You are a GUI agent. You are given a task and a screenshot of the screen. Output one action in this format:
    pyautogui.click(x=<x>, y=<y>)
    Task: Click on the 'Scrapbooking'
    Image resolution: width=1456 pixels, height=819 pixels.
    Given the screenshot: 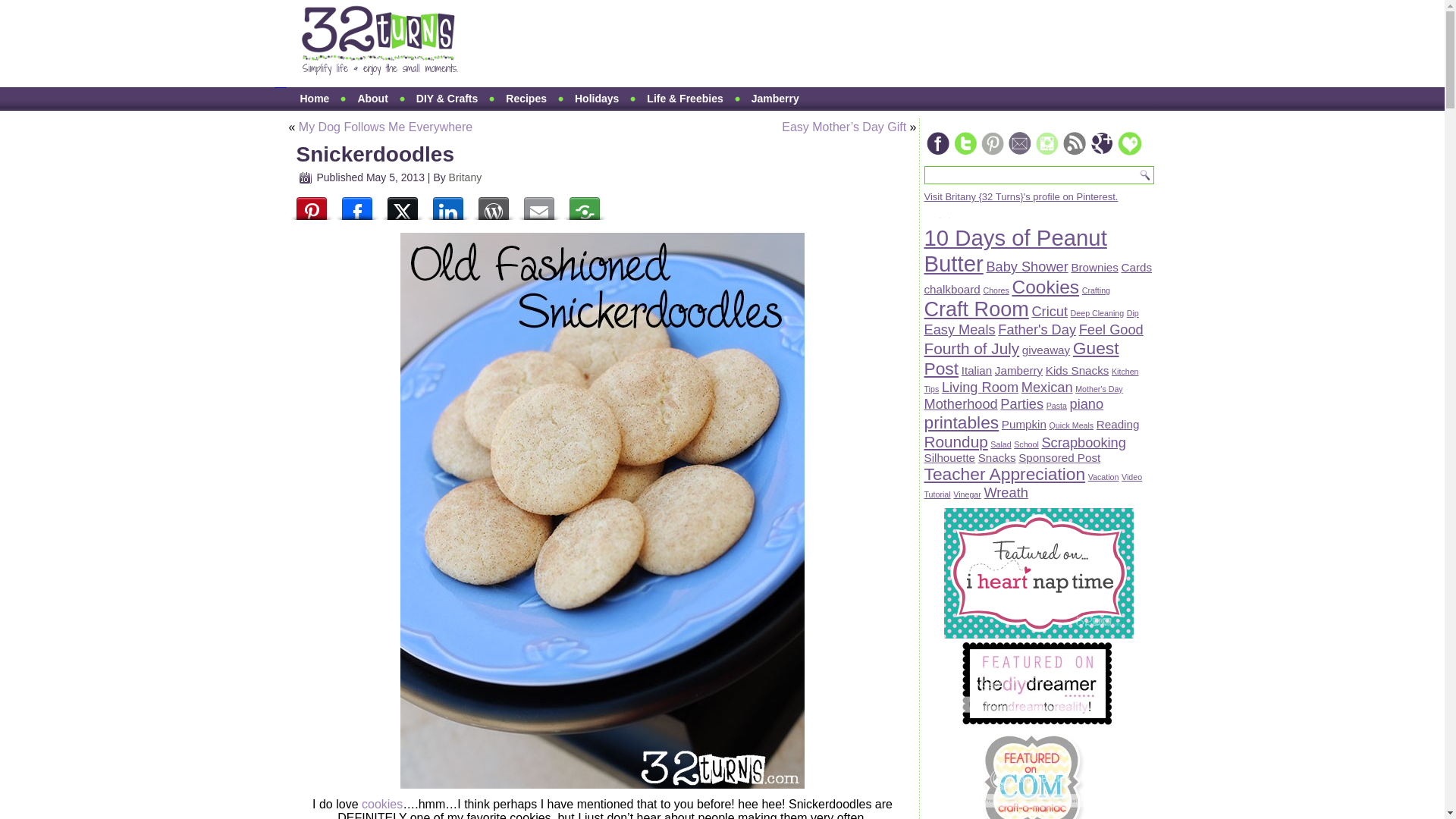 What is the action you would take?
    pyautogui.click(x=1082, y=442)
    